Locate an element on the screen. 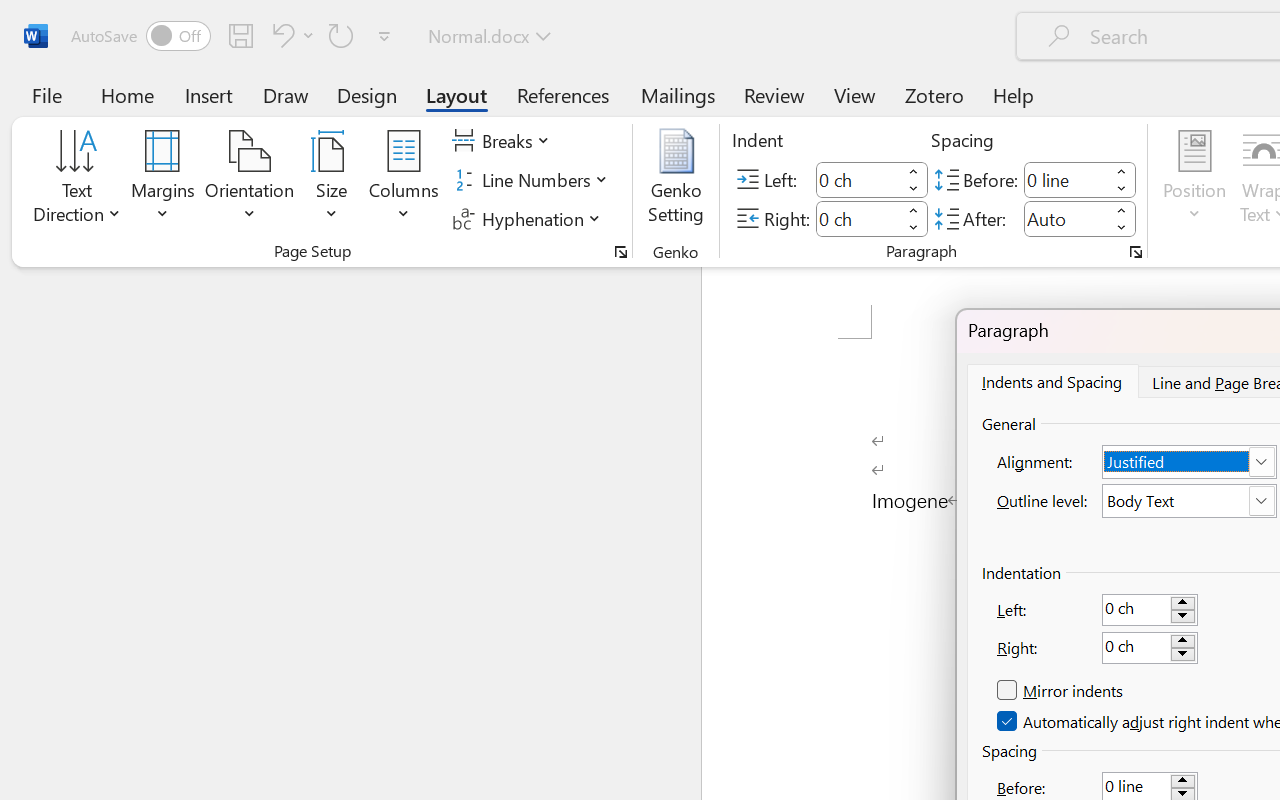 This screenshot has width=1280, height=800. 'Position' is located at coordinates (1194, 179).